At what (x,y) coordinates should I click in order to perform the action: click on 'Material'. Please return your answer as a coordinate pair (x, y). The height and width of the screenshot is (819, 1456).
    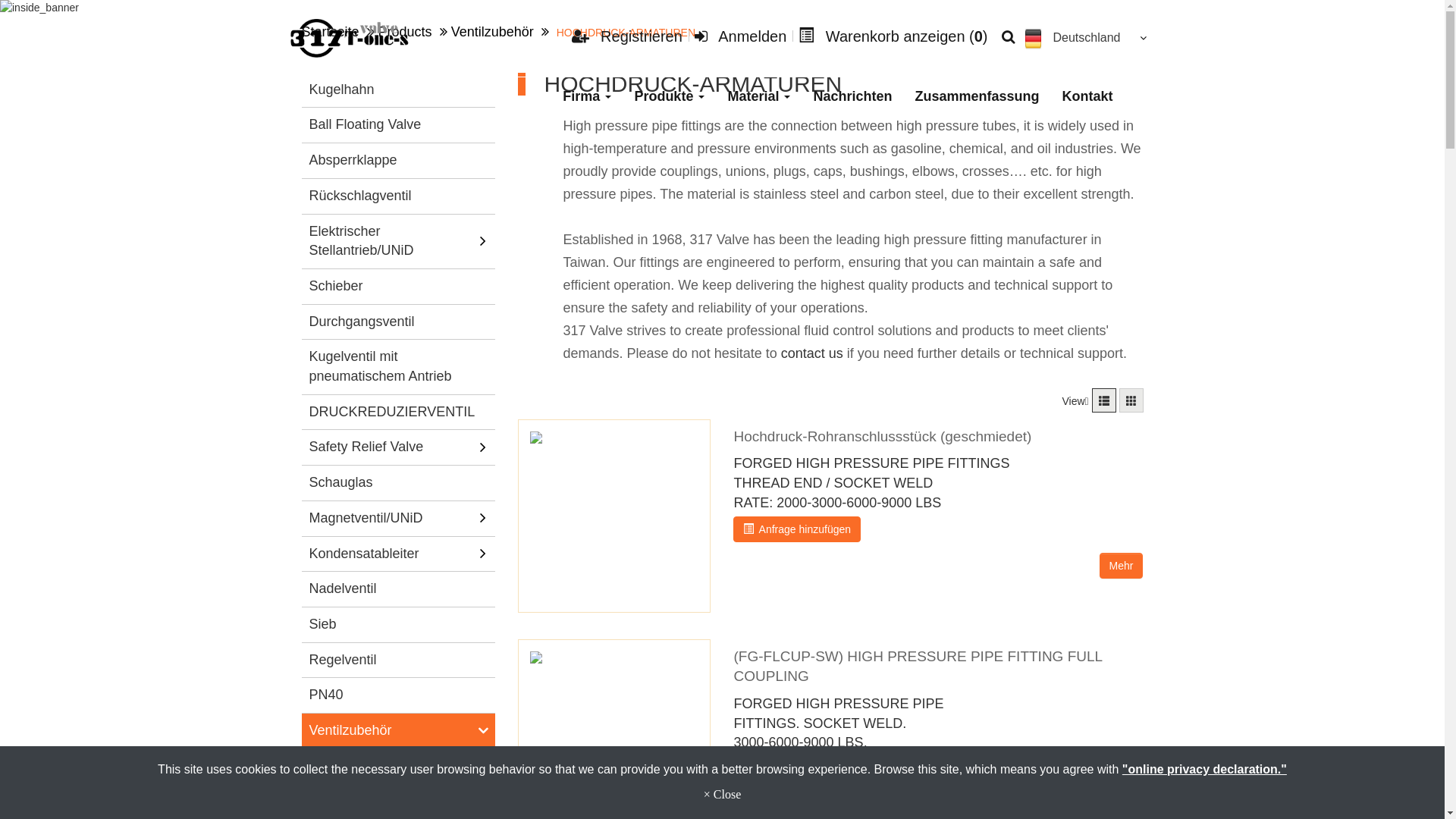
    Looking at the image, I should click on (758, 96).